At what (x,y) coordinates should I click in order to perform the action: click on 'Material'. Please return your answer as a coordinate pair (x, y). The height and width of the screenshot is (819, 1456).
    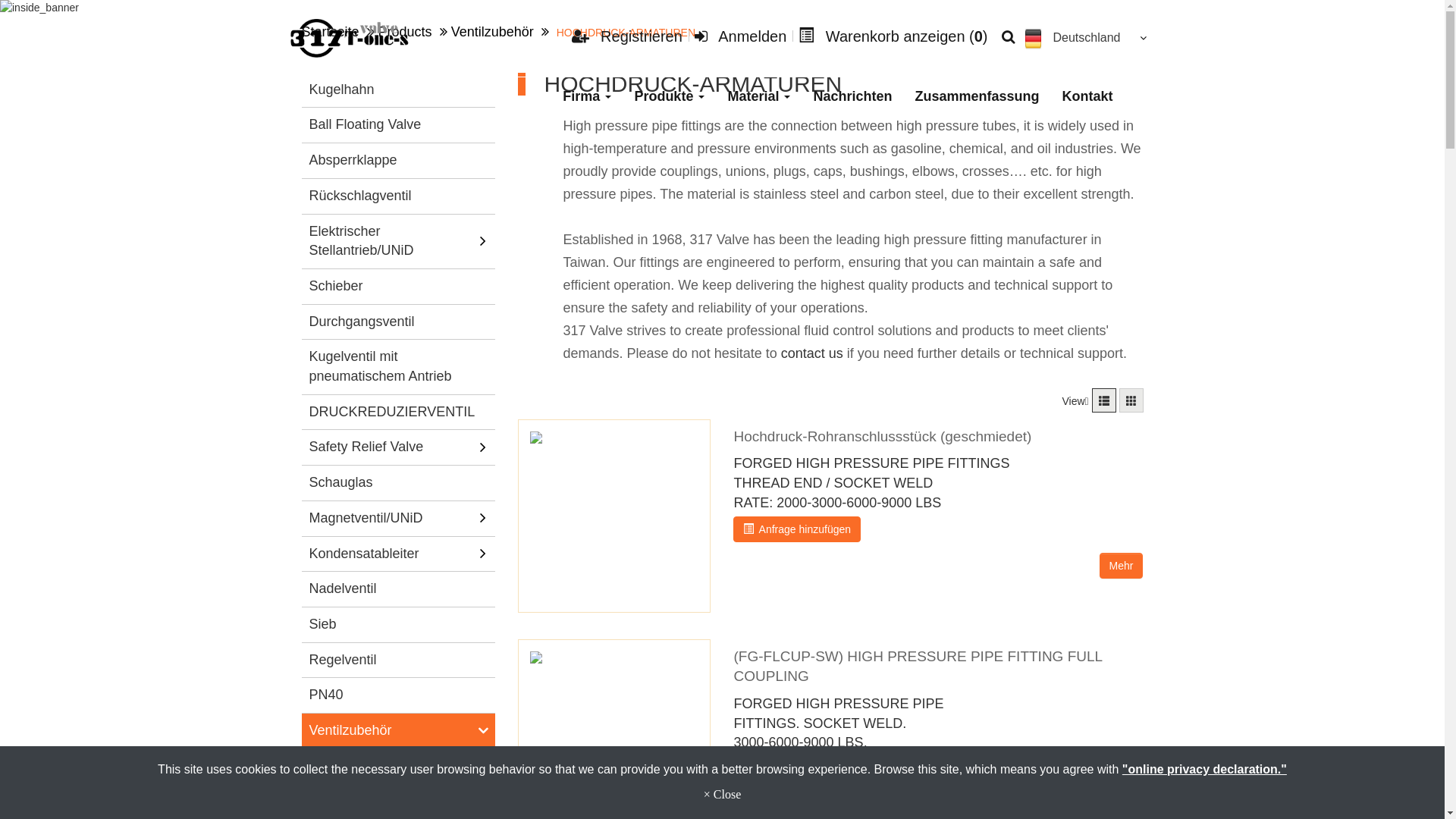
    Looking at the image, I should click on (758, 96).